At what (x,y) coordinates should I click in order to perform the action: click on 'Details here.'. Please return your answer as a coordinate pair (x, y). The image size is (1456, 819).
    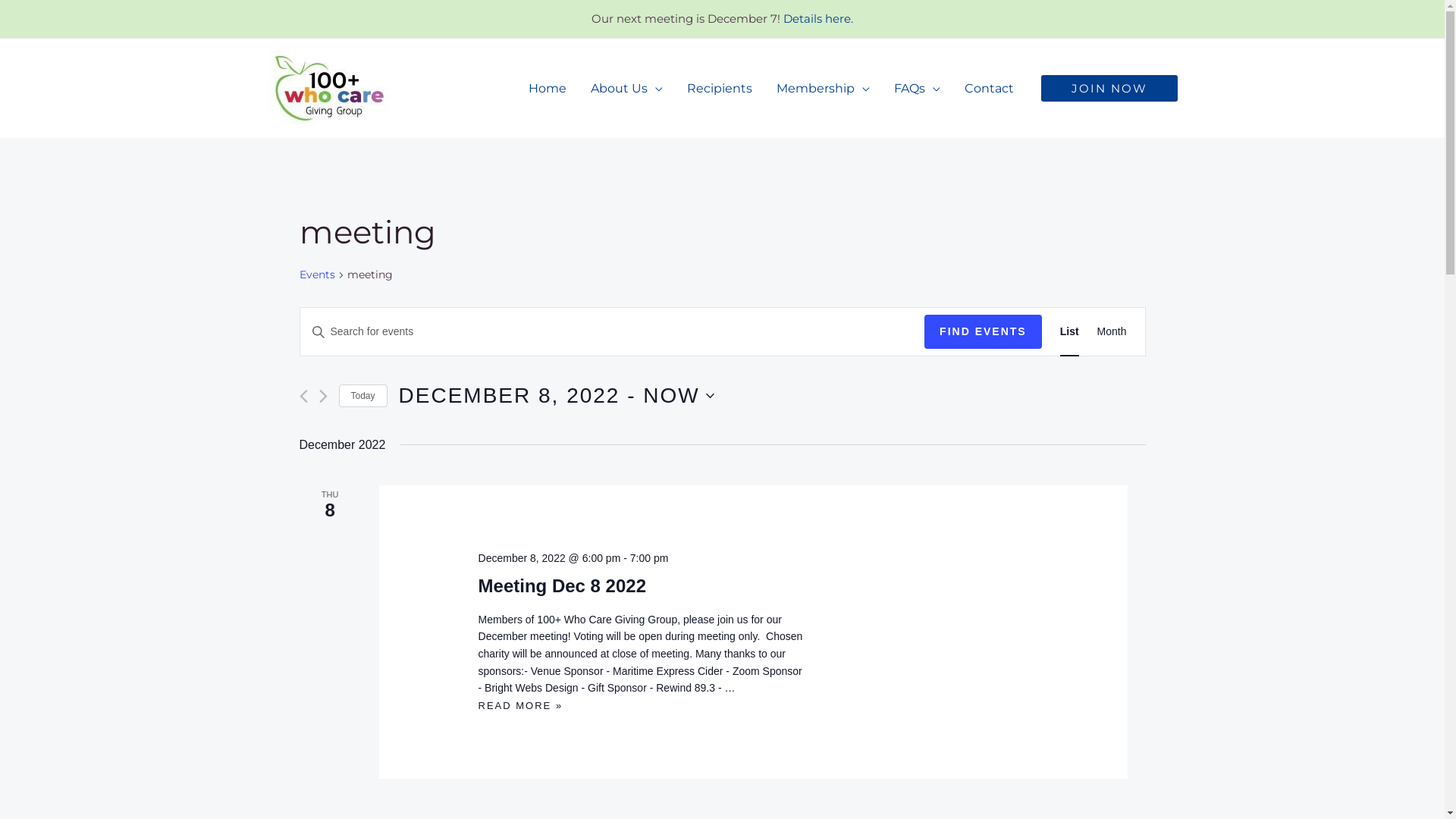
    Looking at the image, I should click on (817, 18).